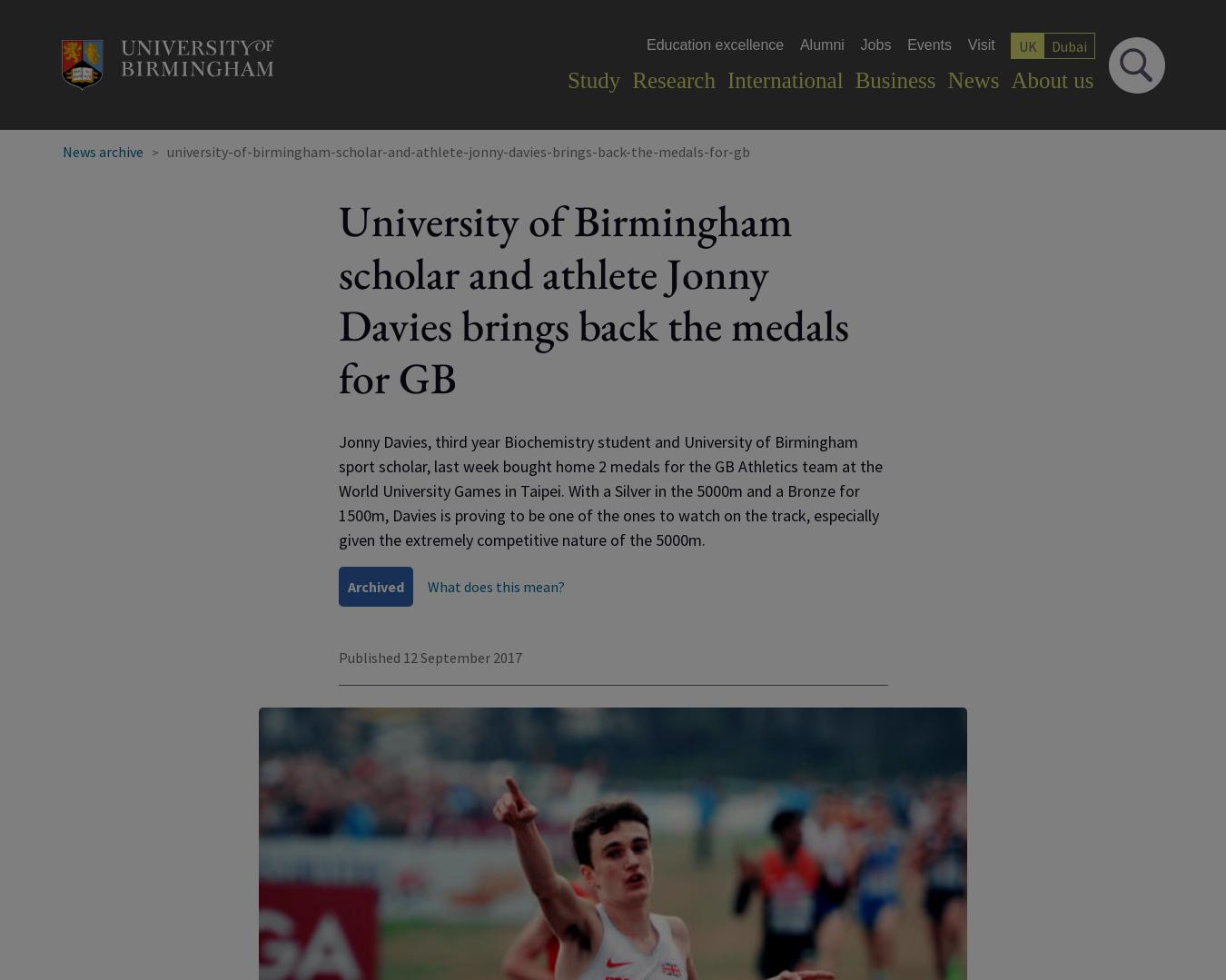 The image size is (1226, 980). Describe the element at coordinates (714, 44) in the screenshot. I see `'Education excellence'` at that location.